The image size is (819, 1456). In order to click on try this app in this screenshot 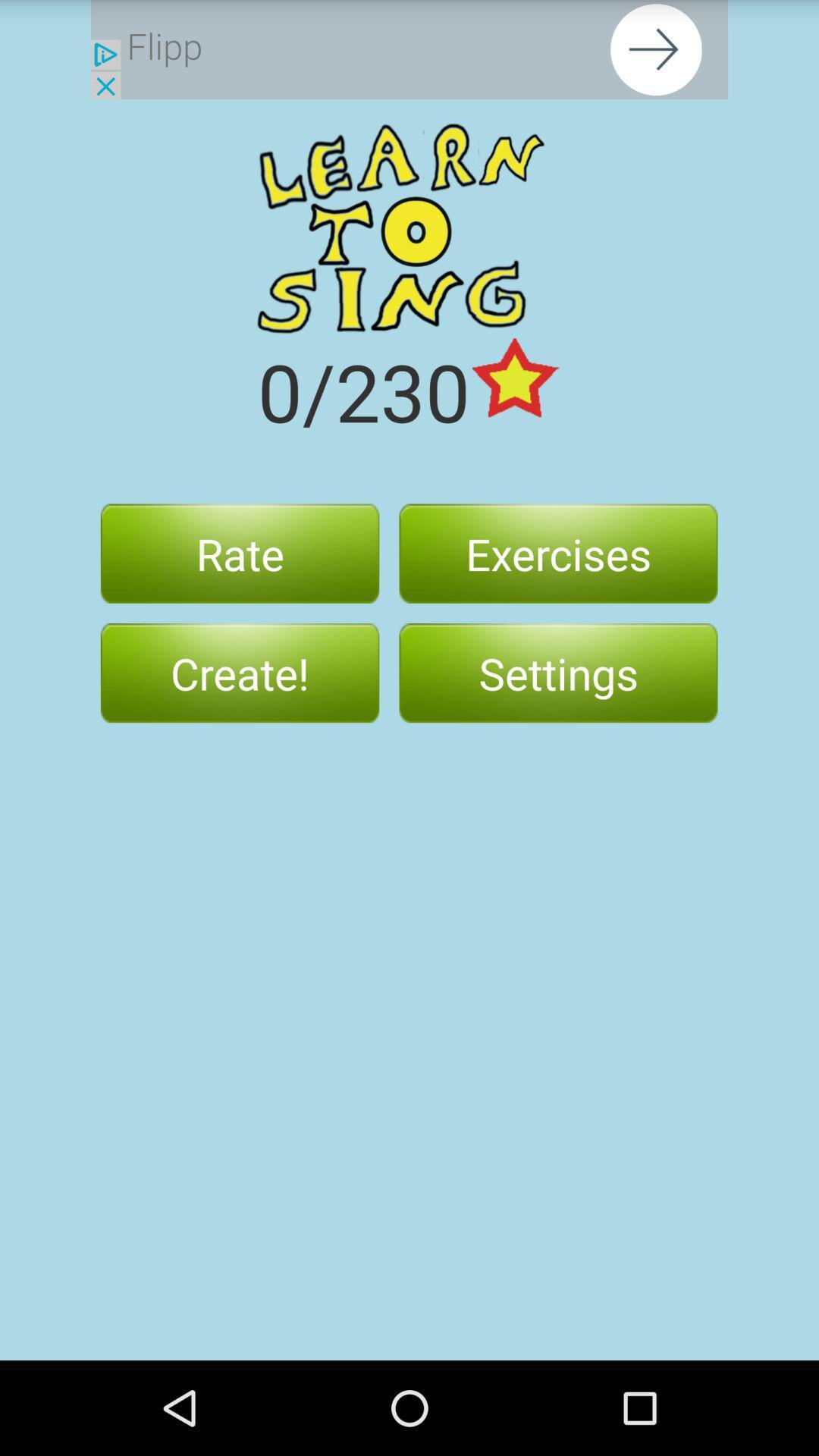, I will do `click(409, 49)`.